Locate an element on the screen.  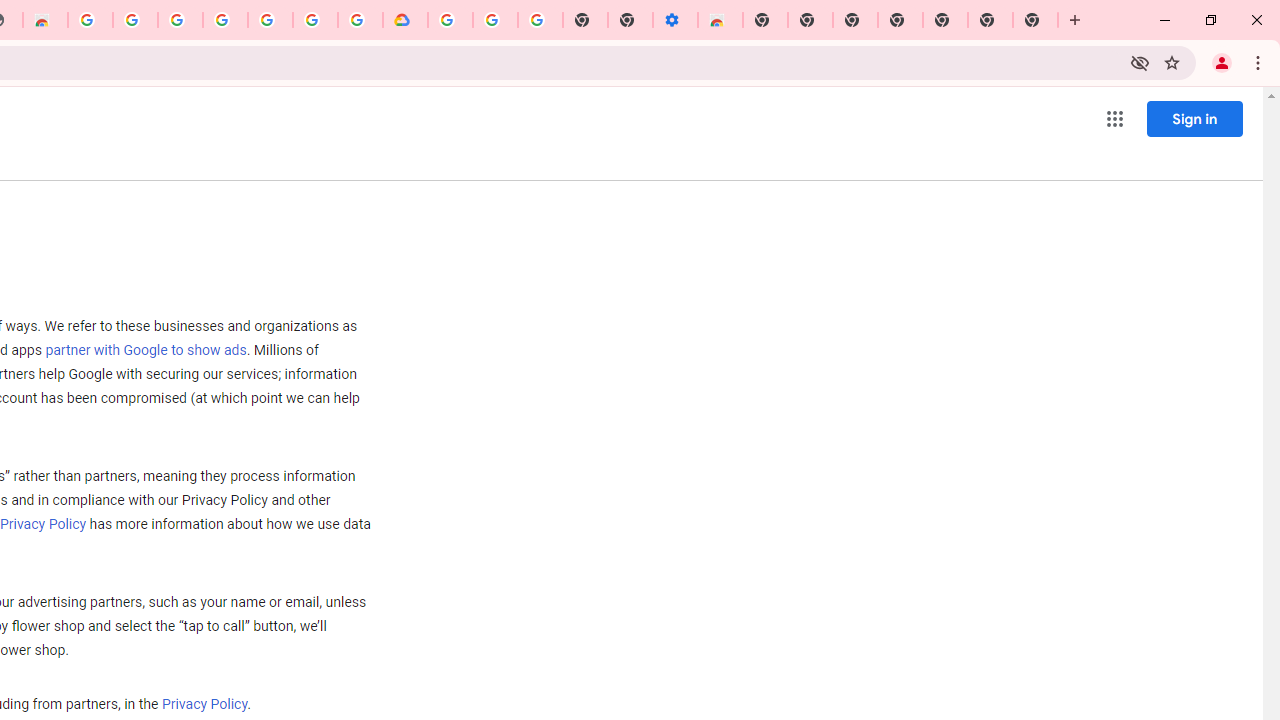
'Chrome Web Store - Accessibility extensions' is located at coordinates (720, 20).